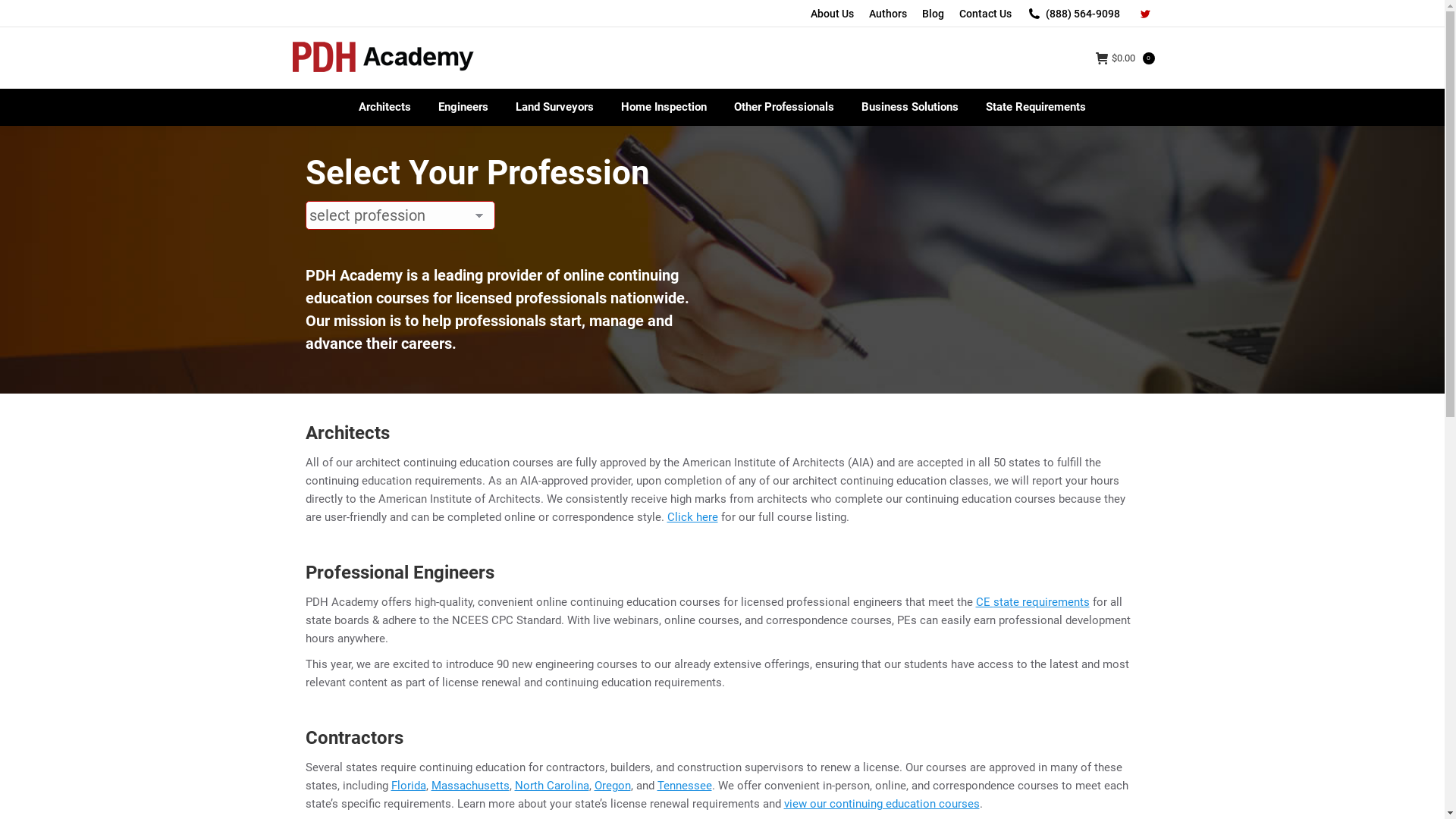 The image size is (1456, 819). Describe the element at coordinates (692, 516) in the screenshot. I see `'Click here'` at that location.